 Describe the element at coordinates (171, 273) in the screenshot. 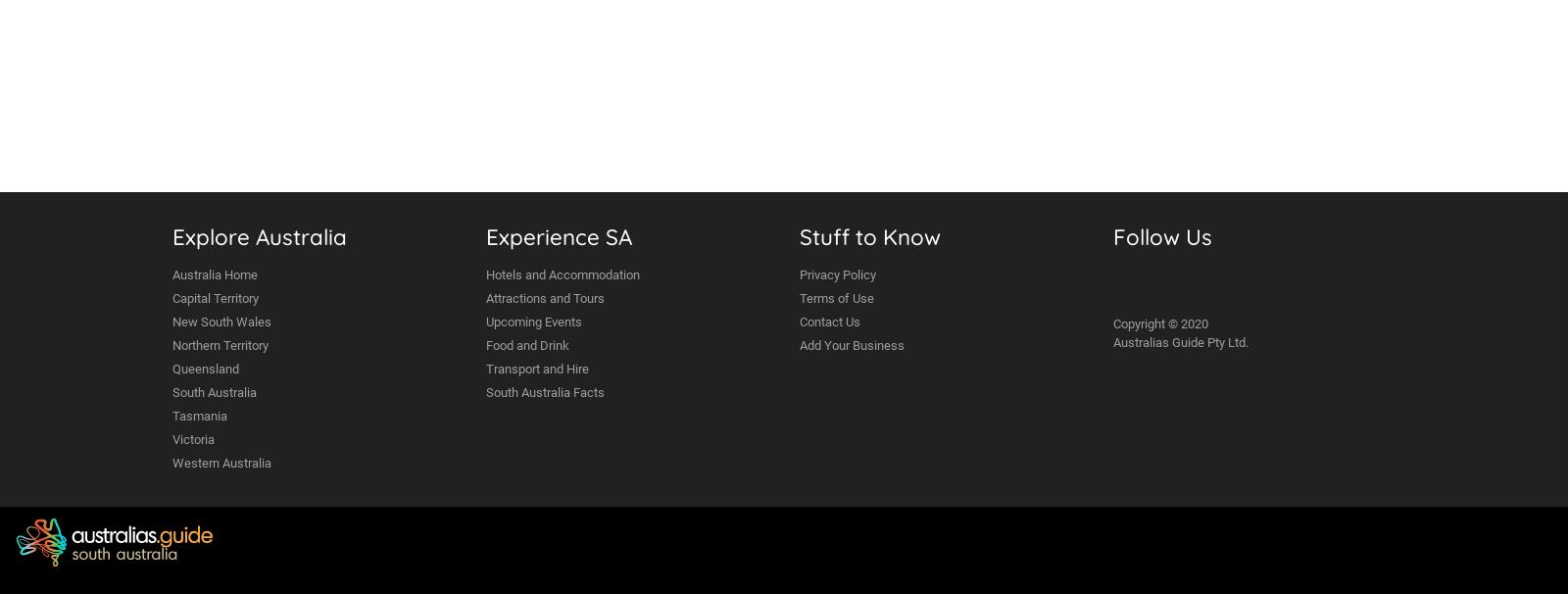

I see `'Australia Home'` at that location.